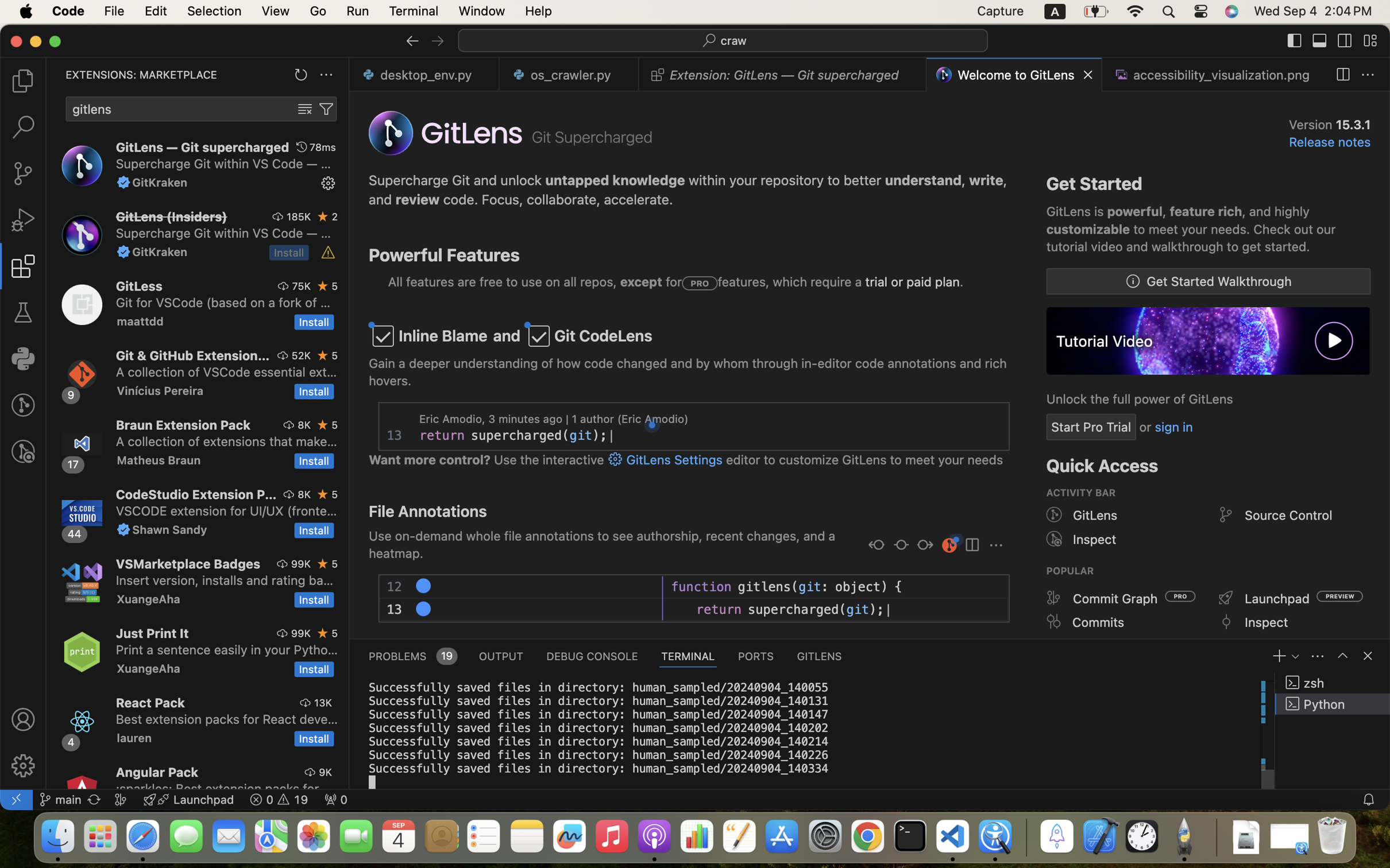 The width and height of the screenshot is (1390, 868). What do you see at coordinates (1343, 75) in the screenshot?
I see `''` at bounding box center [1343, 75].